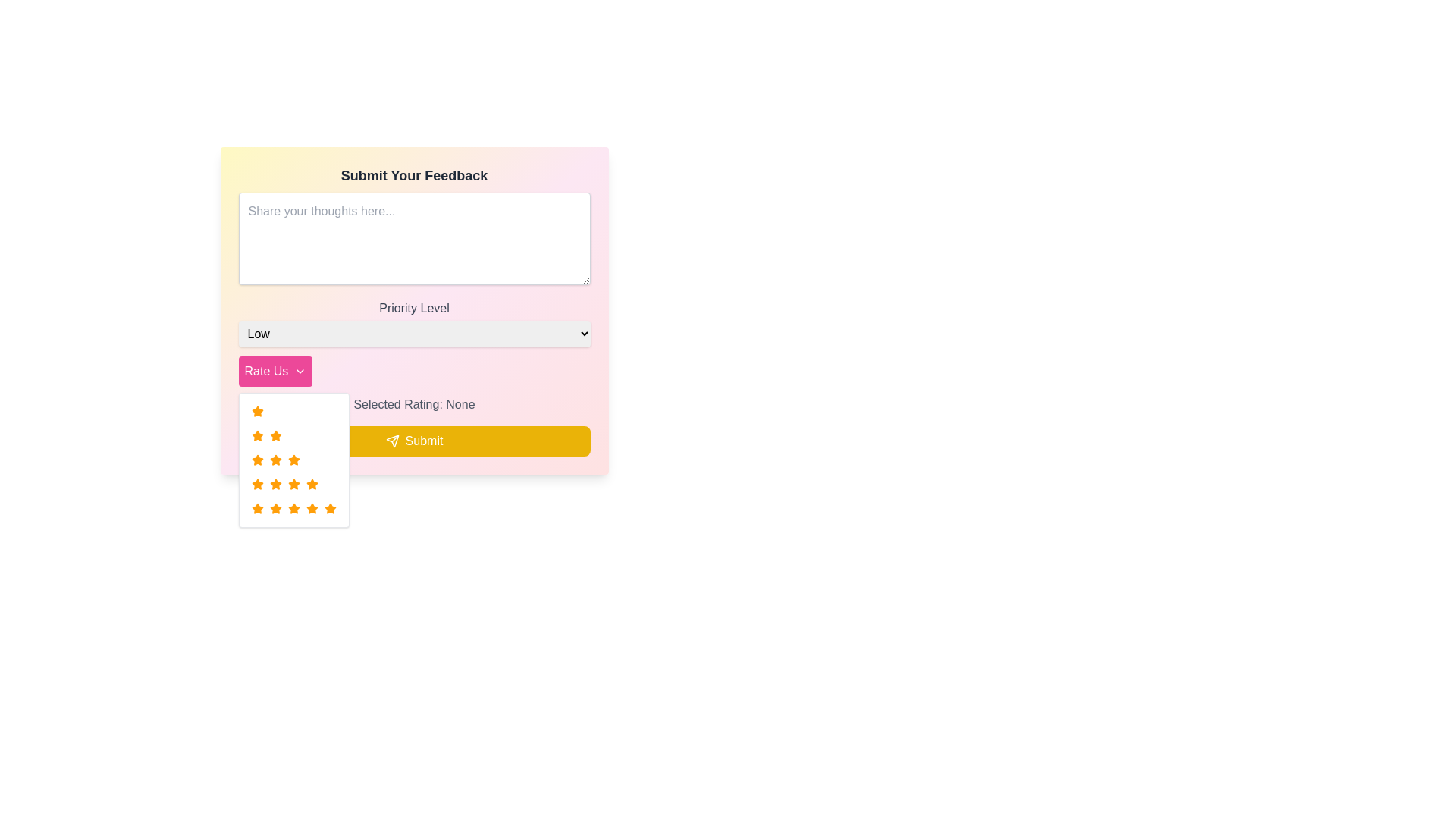  What do you see at coordinates (329, 508) in the screenshot?
I see `the last star in the rating stars grid within the dropdown menu under the 'Rate Us' button` at bounding box center [329, 508].